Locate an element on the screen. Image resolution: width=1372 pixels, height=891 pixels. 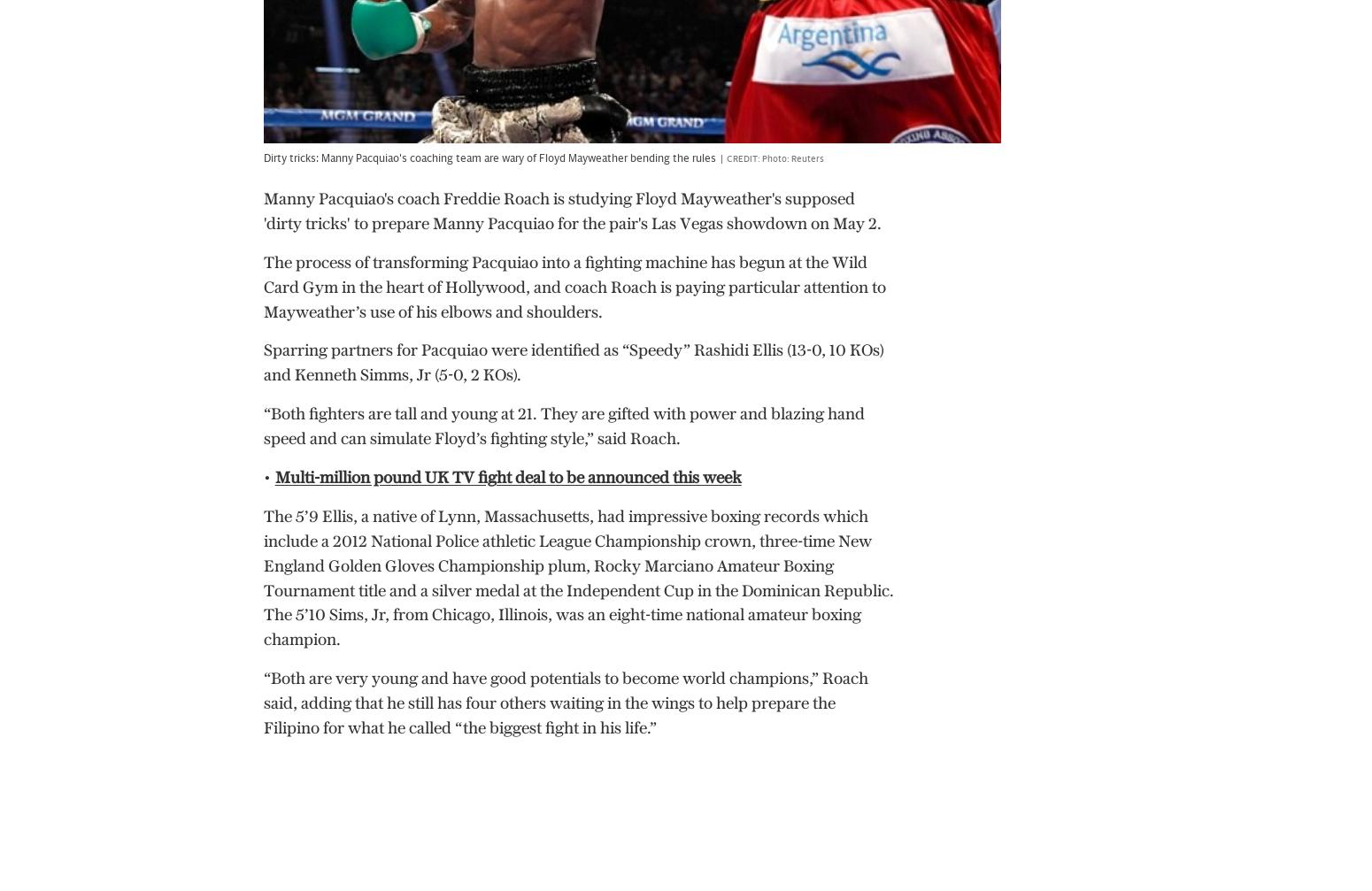
'WTA Finals 2023: Latest results, today’s matches, how to watch on TV and prize money' is located at coordinates (790, 568).